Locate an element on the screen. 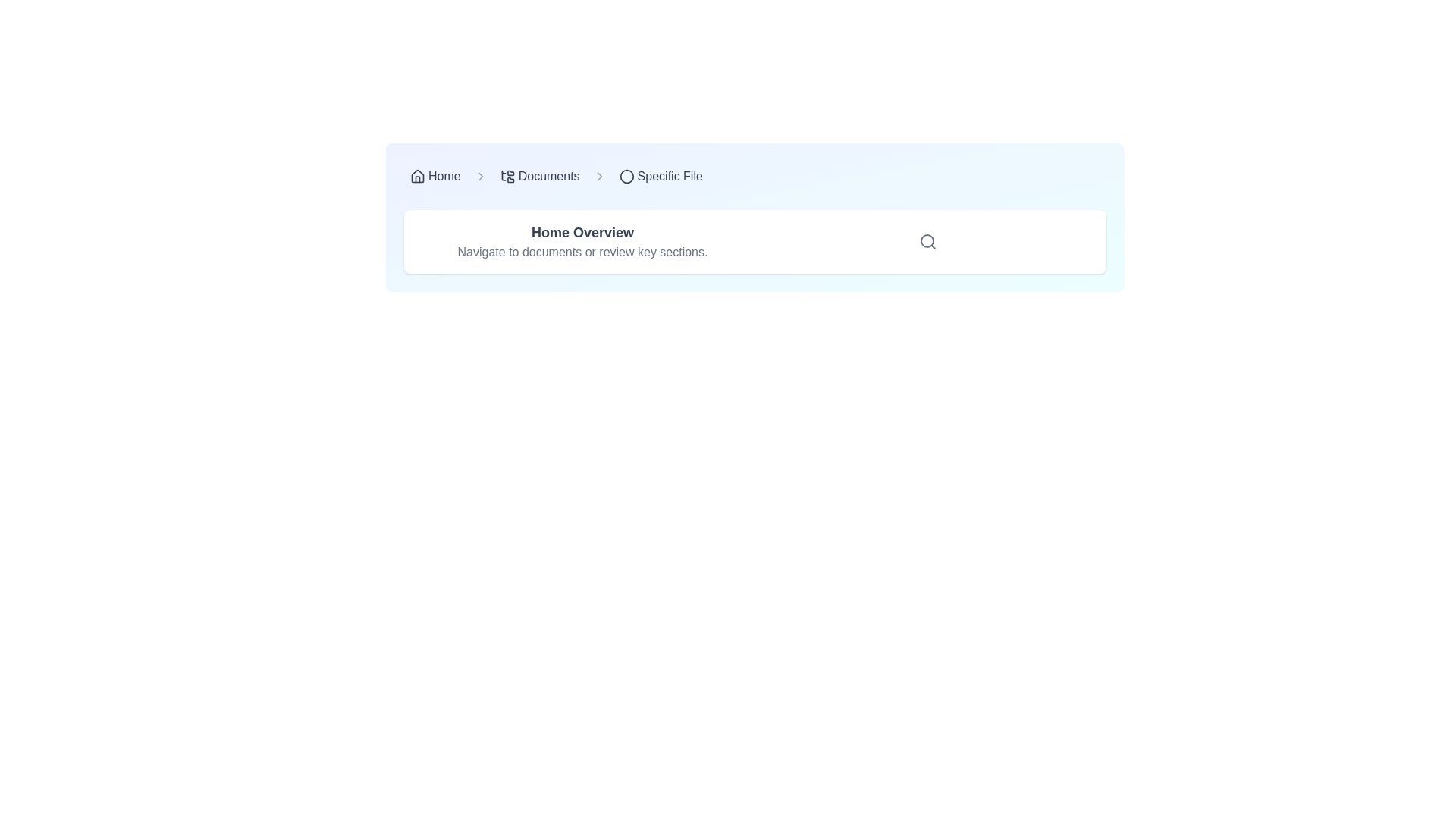 The width and height of the screenshot is (1456, 819). the 'Documents' clickable navigation link, which includes a folder tree icon and bold text is located at coordinates (540, 175).